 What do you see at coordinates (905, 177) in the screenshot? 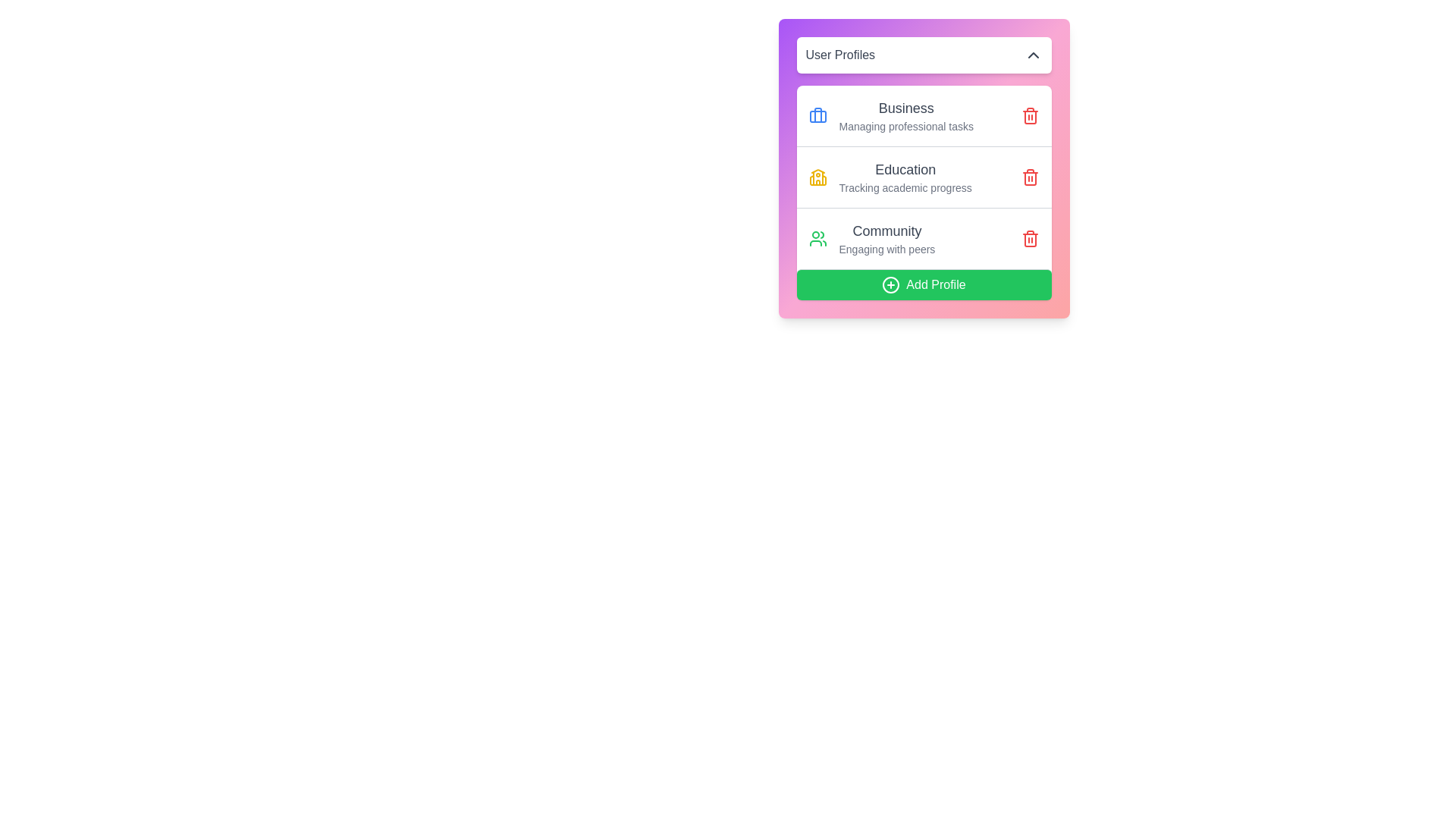
I see `the 'Education' text label, which serves as a label and description for the Education profile section located in the User Profiles card` at bounding box center [905, 177].